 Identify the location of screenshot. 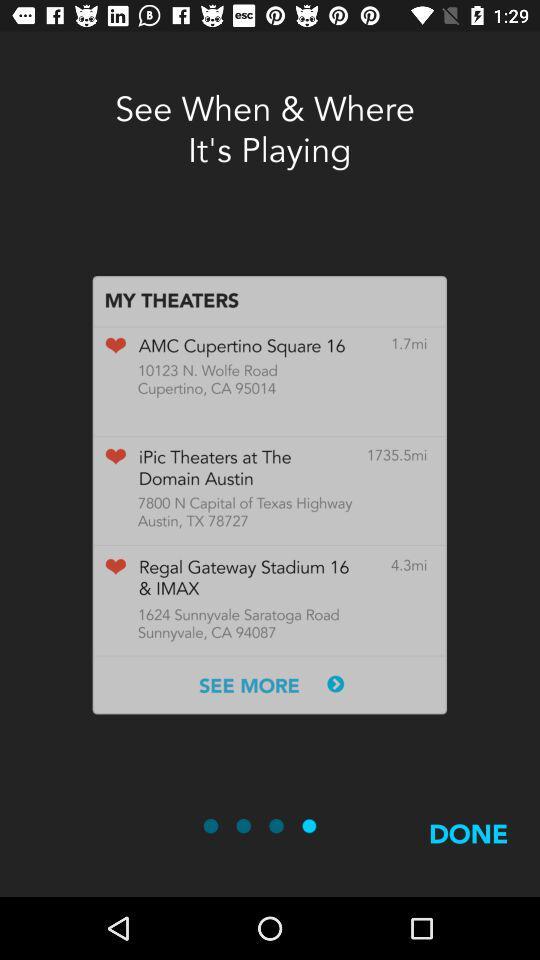
(269, 494).